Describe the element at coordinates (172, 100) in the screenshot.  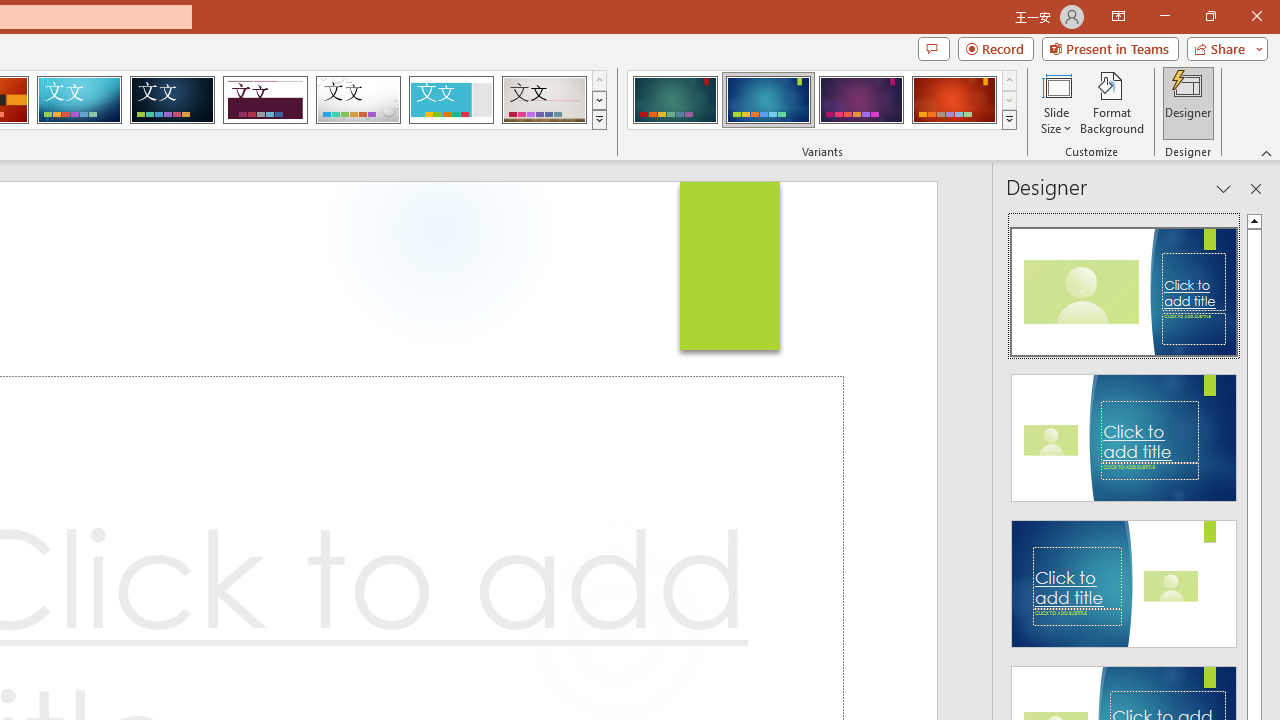
I see `'Damask Loading Preview...'` at that location.